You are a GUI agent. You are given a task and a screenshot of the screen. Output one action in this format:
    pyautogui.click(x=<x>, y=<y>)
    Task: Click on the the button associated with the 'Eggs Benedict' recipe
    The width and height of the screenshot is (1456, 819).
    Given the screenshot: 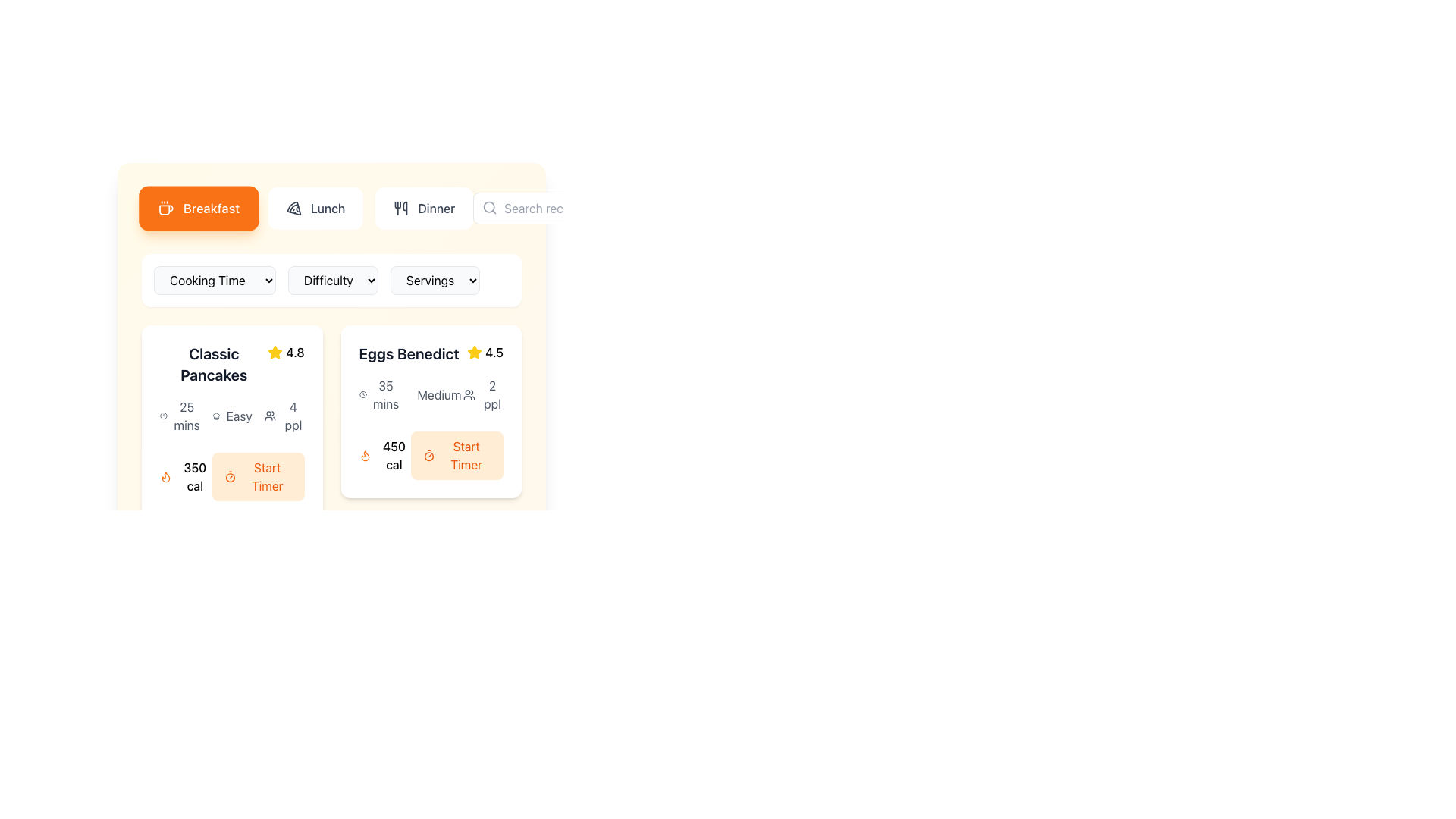 What is the action you would take?
    pyautogui.click(x=466, y=455)
    